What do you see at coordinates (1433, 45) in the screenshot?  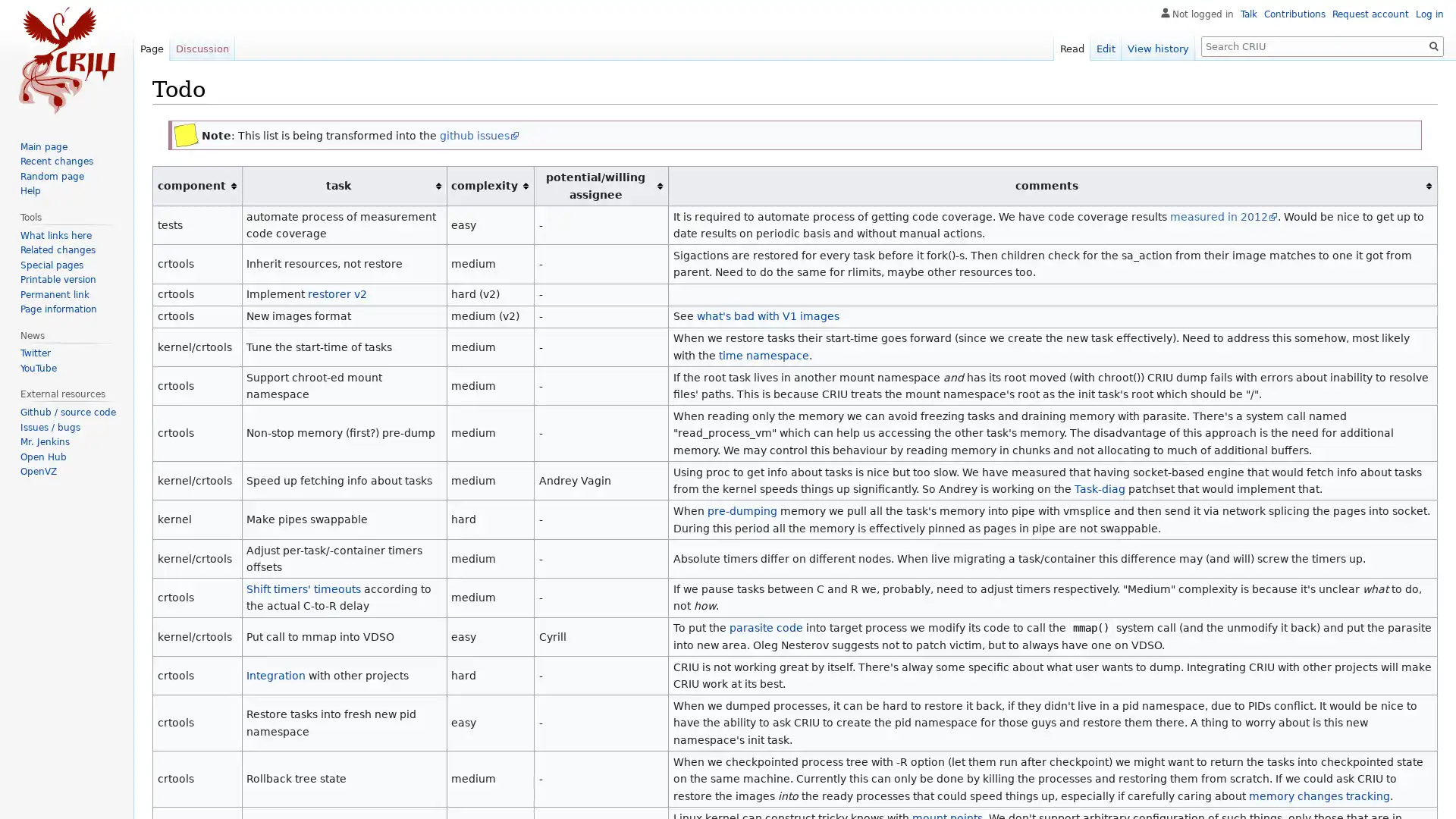 I see `Search` at bounding box center [1433, 45].